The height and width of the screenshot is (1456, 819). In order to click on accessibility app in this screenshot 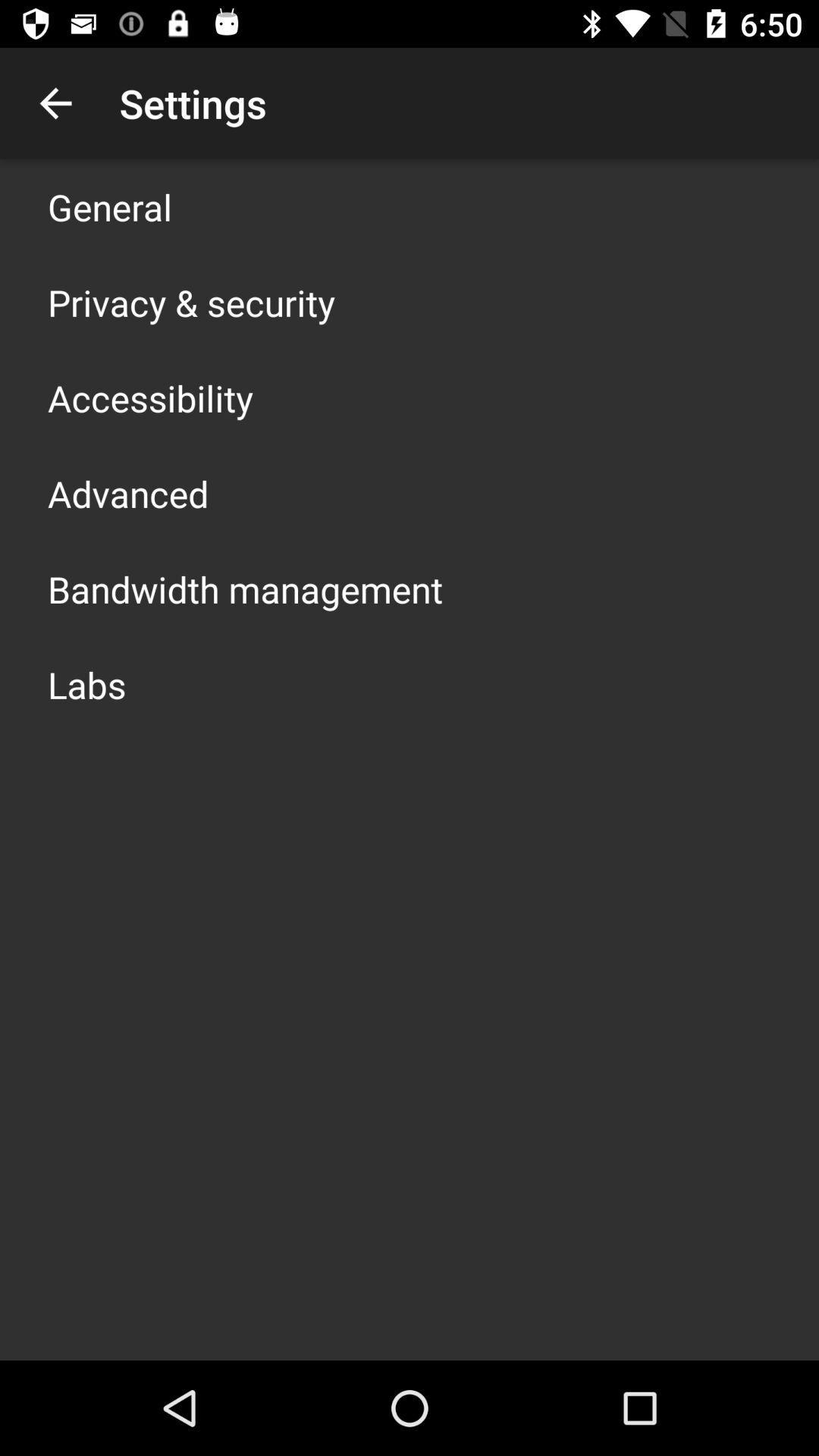, I will do `click(150, 397)`.